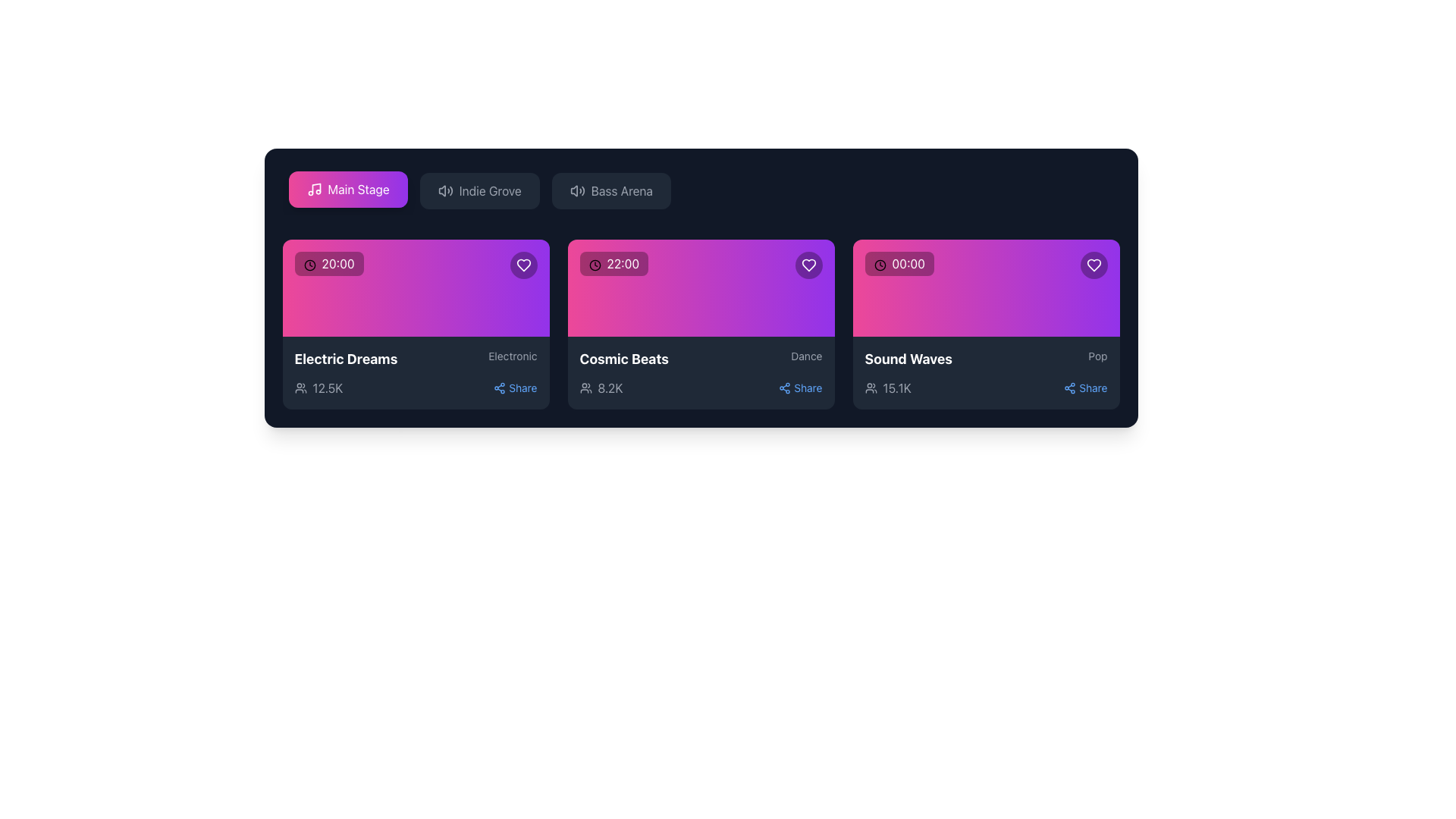  I want to click on the text indicator that represents the number of attendees for 'Electric Dreams', located in the lower-left section of the card panel, adjacent to the 'Share' label, so click(318, 388).